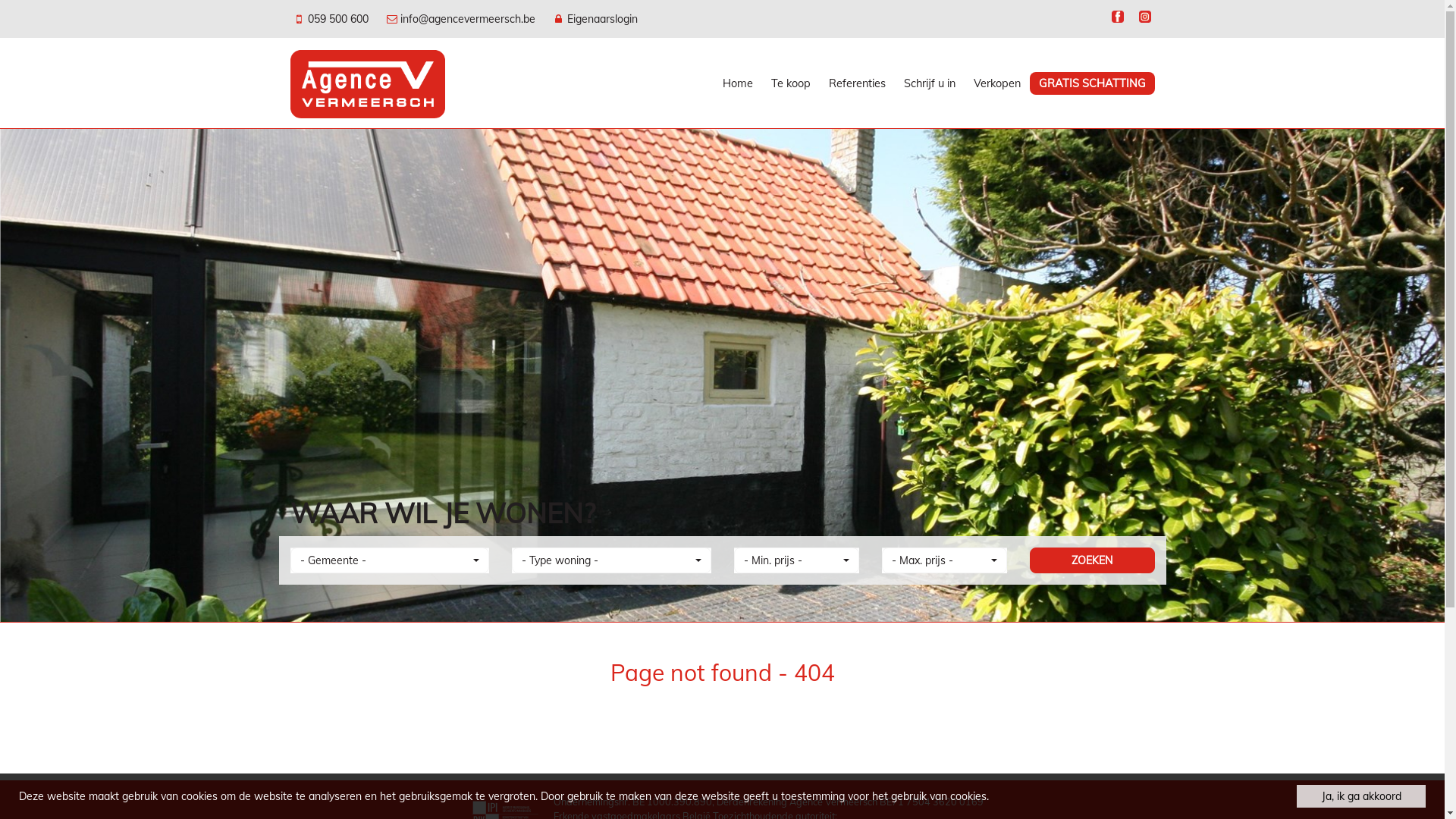 This screenshot has width=1456, height=819. I want to click on 'ZOEKEN', so click(1092, 560).